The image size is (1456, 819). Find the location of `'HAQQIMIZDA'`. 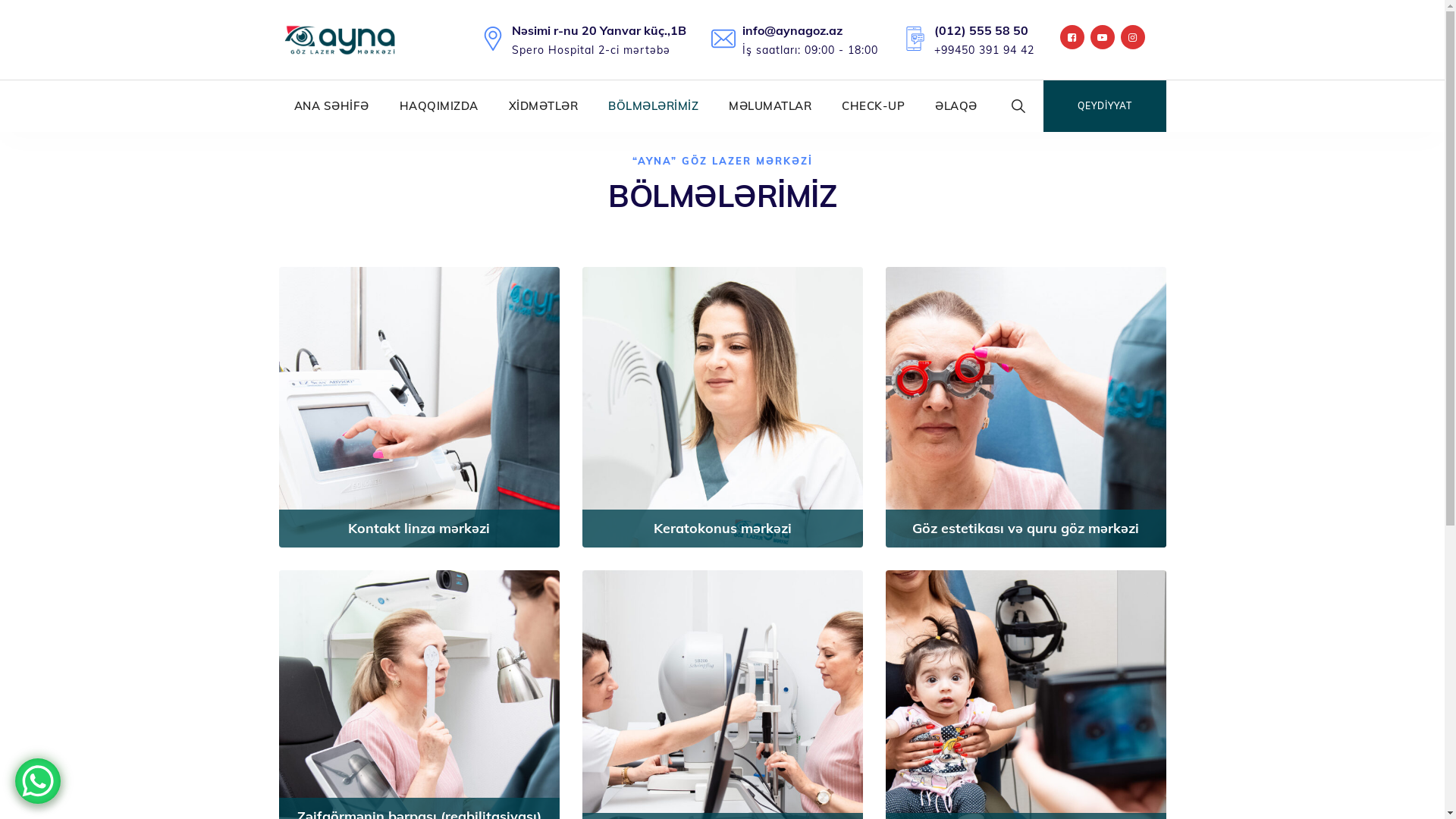

'HAQQIMIZDA' is located at coordinates (437, 105).